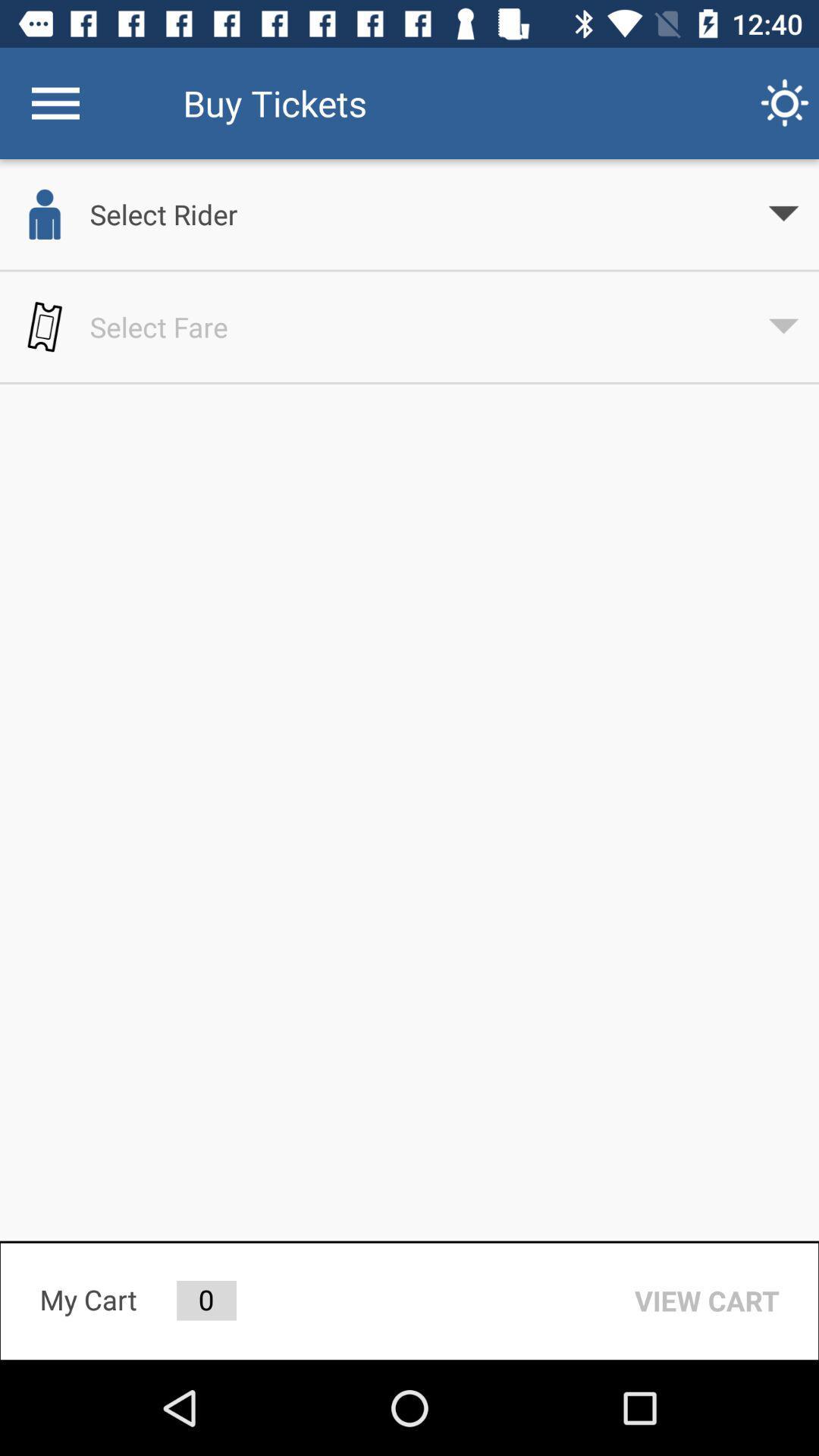  Describe the element at coordinates (785, 102) in the screenshot. I see `item next to the buy tickets` at that location.